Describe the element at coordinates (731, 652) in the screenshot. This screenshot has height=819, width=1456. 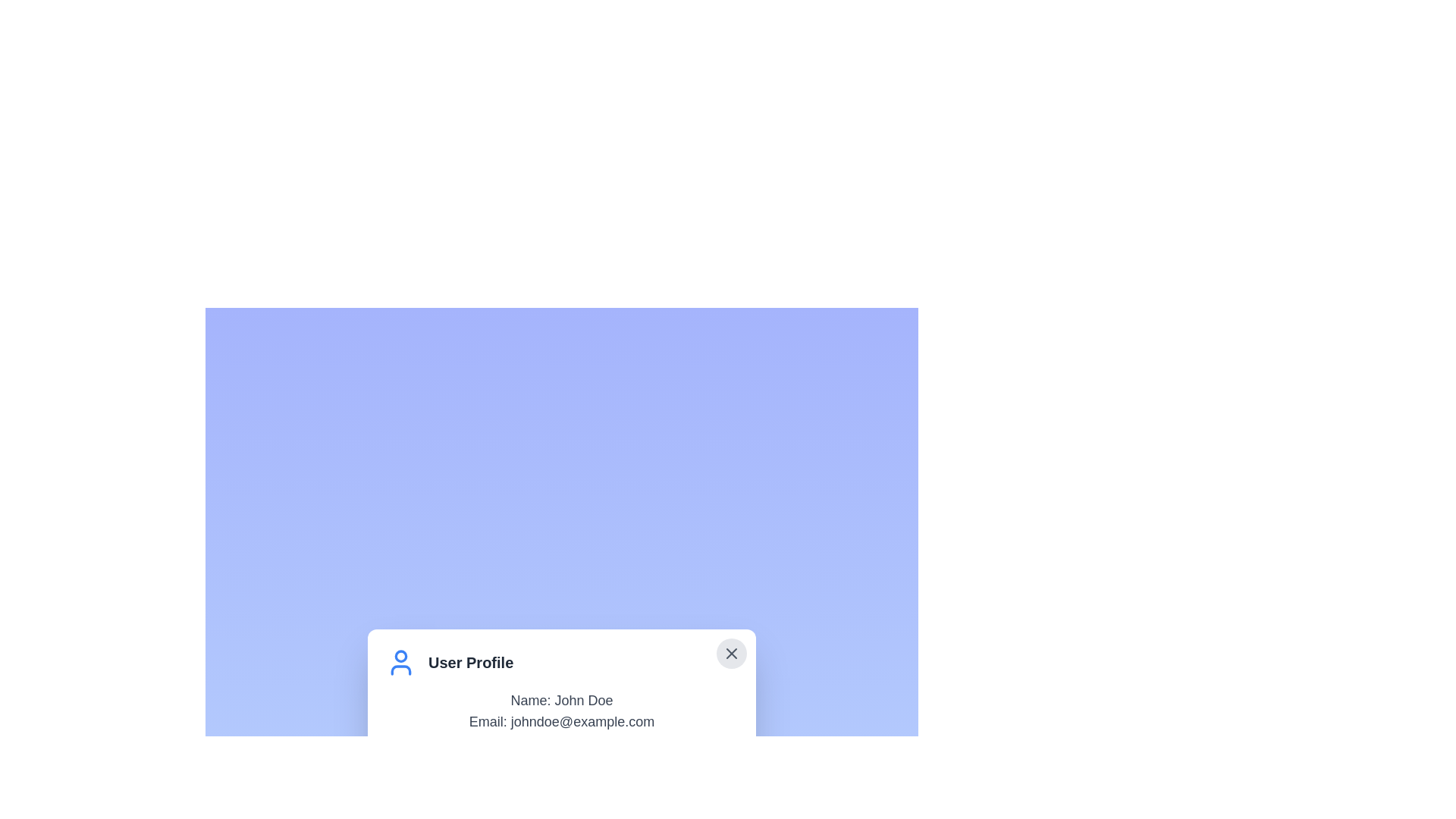
I see `the close button located at the top-right corner of the user profile dialog box` at that location.